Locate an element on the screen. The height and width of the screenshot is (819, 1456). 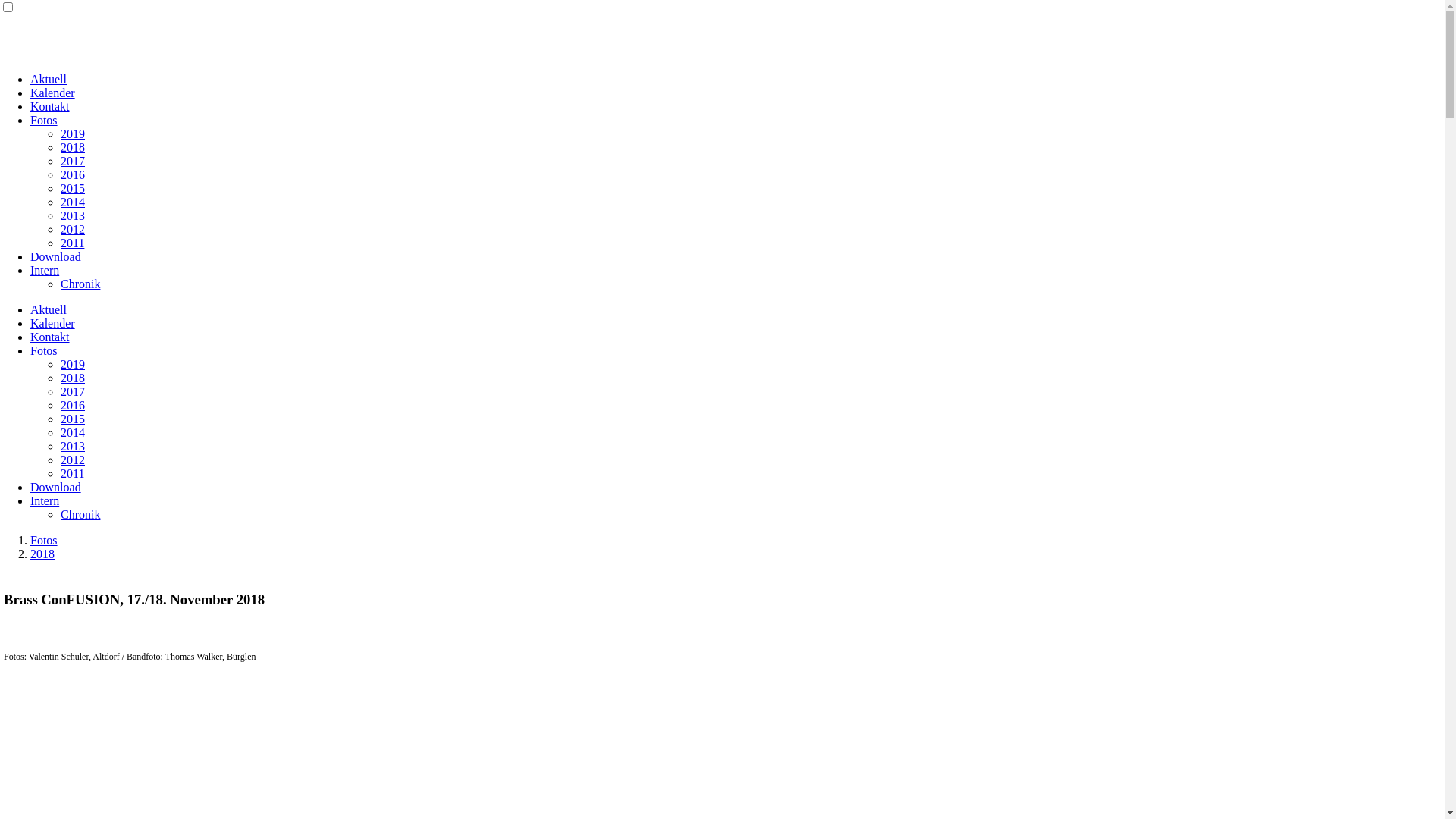
'2019' is located at coordinates (72, 364).